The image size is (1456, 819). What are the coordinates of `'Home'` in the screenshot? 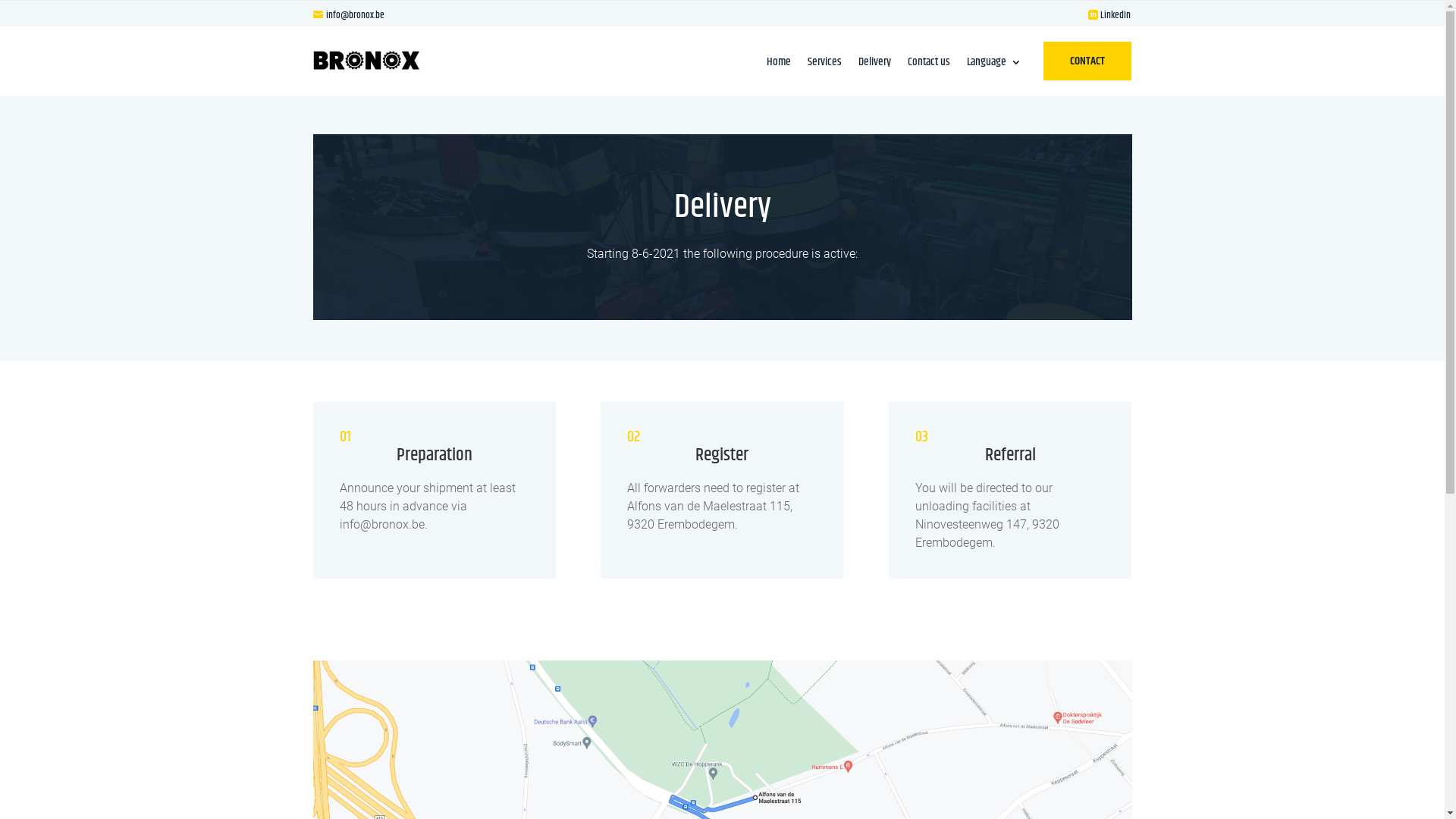 It's located at (779, 64).